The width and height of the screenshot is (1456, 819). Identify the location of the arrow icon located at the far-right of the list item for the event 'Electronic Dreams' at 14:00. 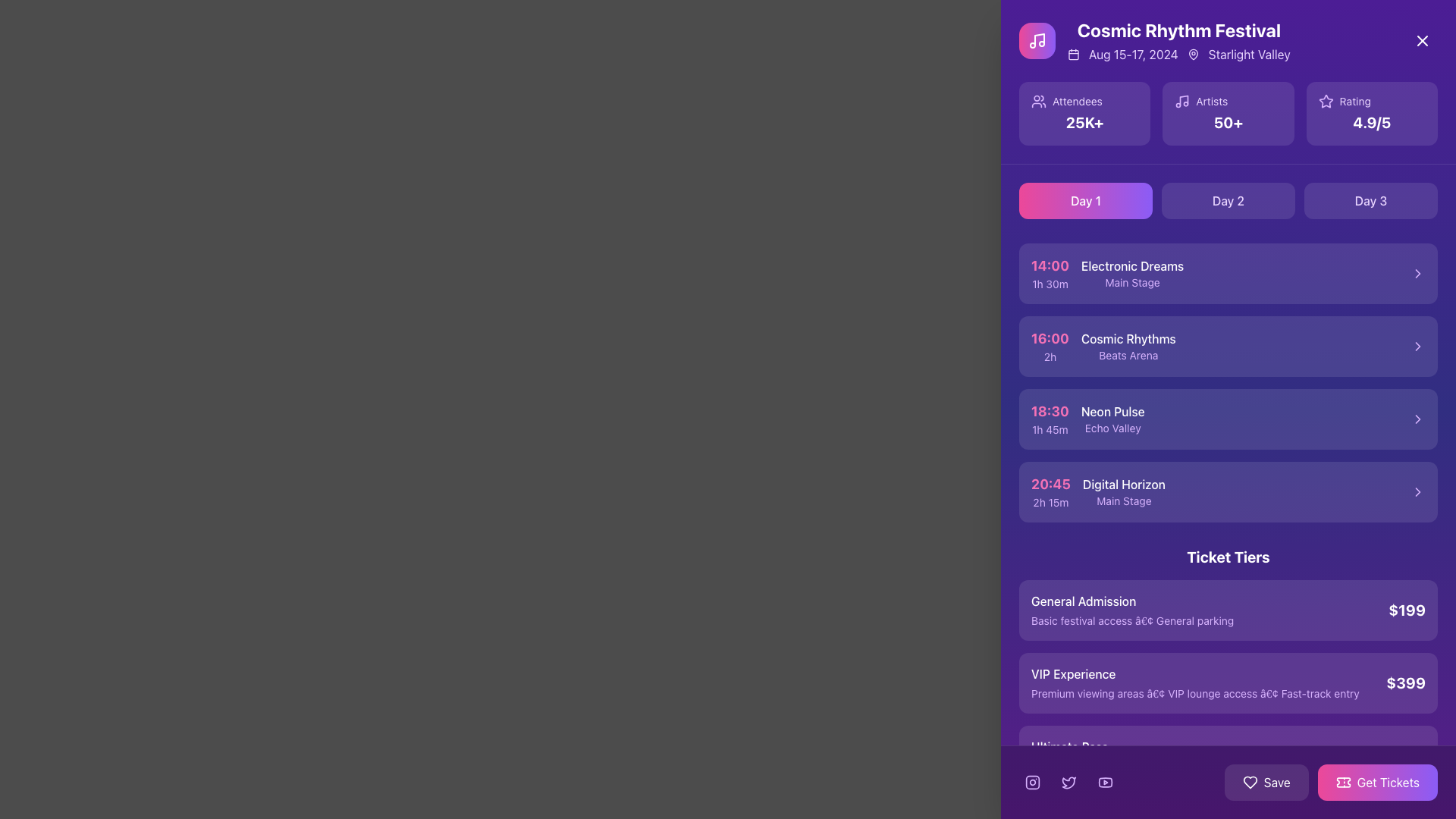
(1417, 274).